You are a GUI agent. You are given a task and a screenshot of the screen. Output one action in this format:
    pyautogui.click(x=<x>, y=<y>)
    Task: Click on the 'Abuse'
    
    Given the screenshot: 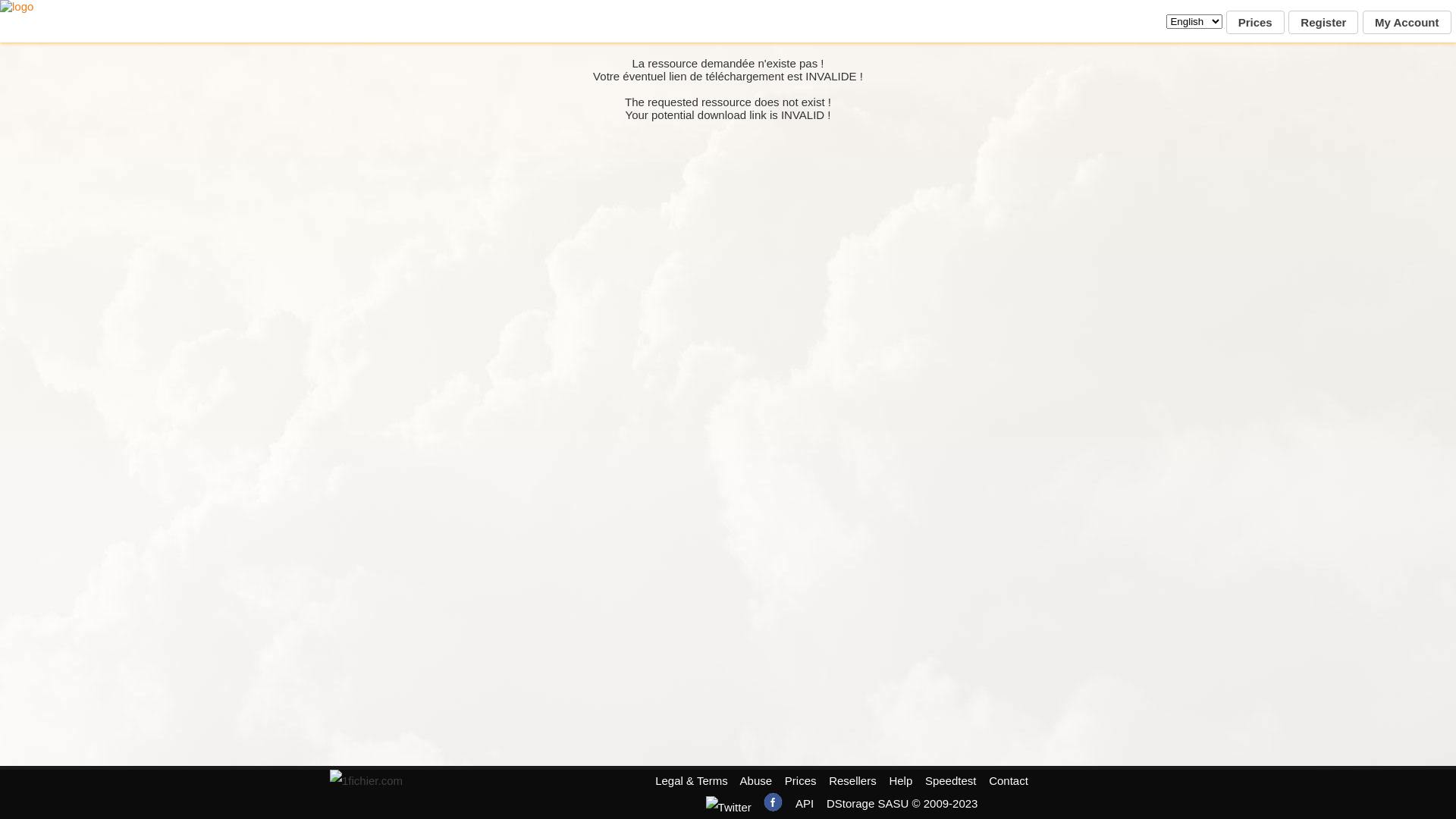 What is the action you would take?
    pyautogui.click(x=739, y=780)
    